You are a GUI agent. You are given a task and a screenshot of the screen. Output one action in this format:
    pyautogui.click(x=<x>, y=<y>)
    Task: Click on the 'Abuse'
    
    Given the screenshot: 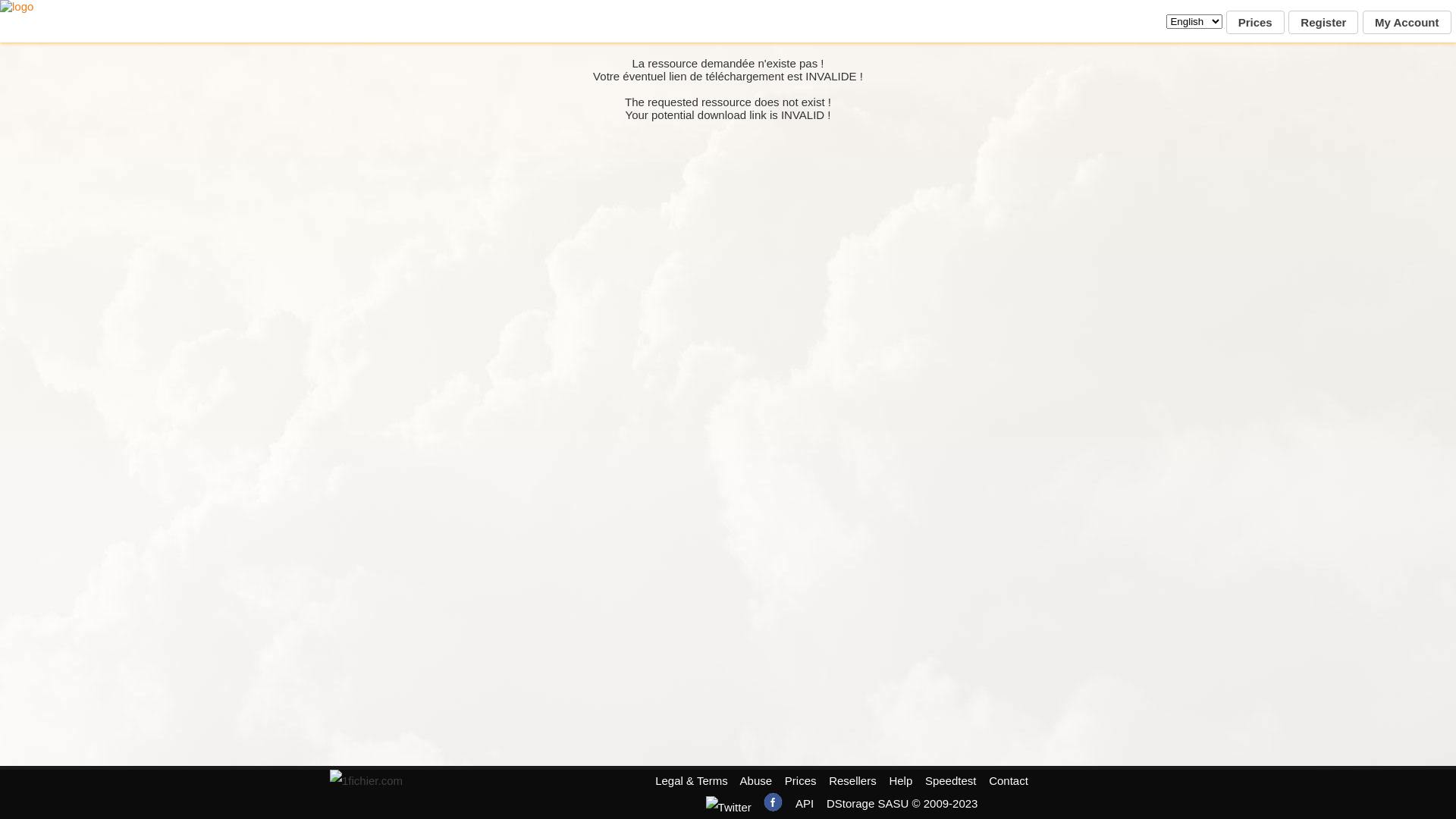 What is the action you would take?
    pyautogui.click(x=739, y=780)
    